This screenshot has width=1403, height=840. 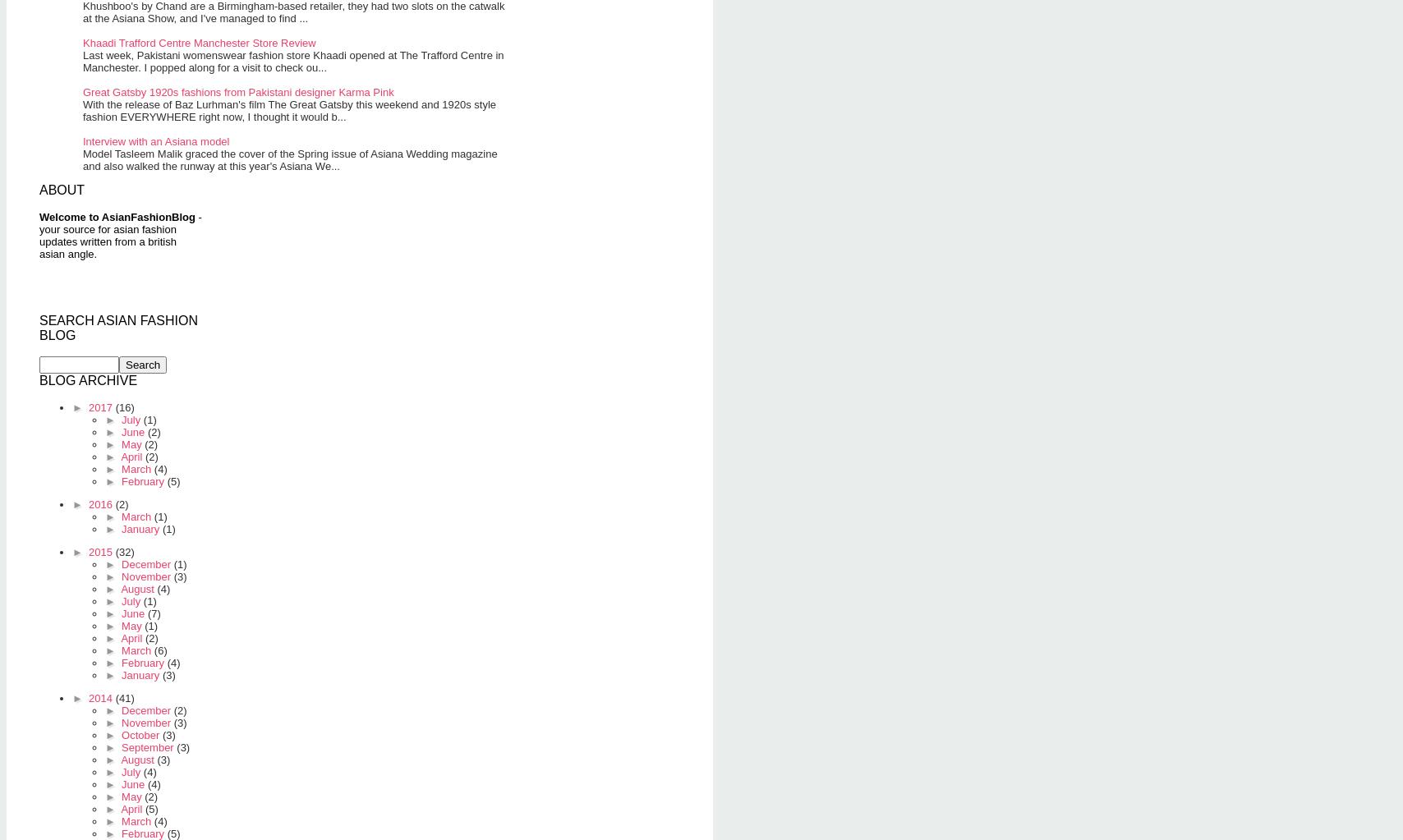 I want to click on '(6)', so click(x=160, y=650).